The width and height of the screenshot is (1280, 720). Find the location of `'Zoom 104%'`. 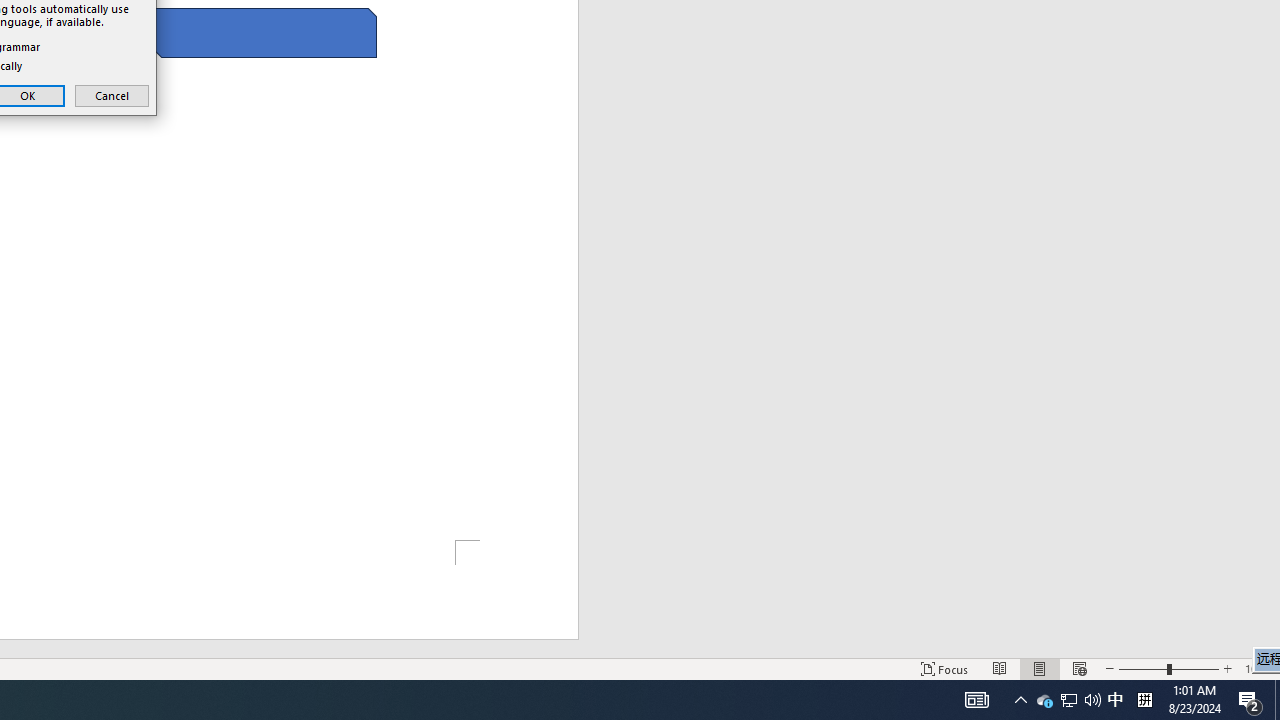

'Zoom 104%' is located at coordinates (1257, 669).